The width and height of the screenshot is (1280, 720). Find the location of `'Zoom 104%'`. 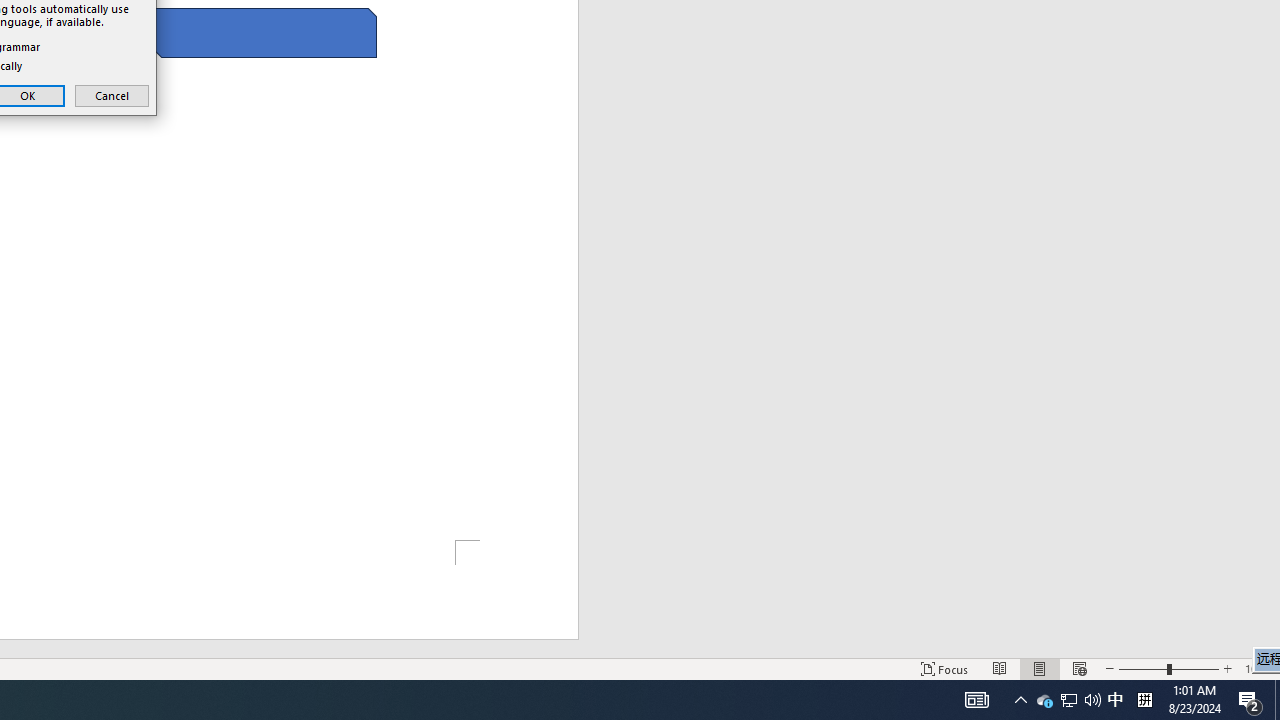

'Zoom 104%' is located at coordinates (1257, 669).